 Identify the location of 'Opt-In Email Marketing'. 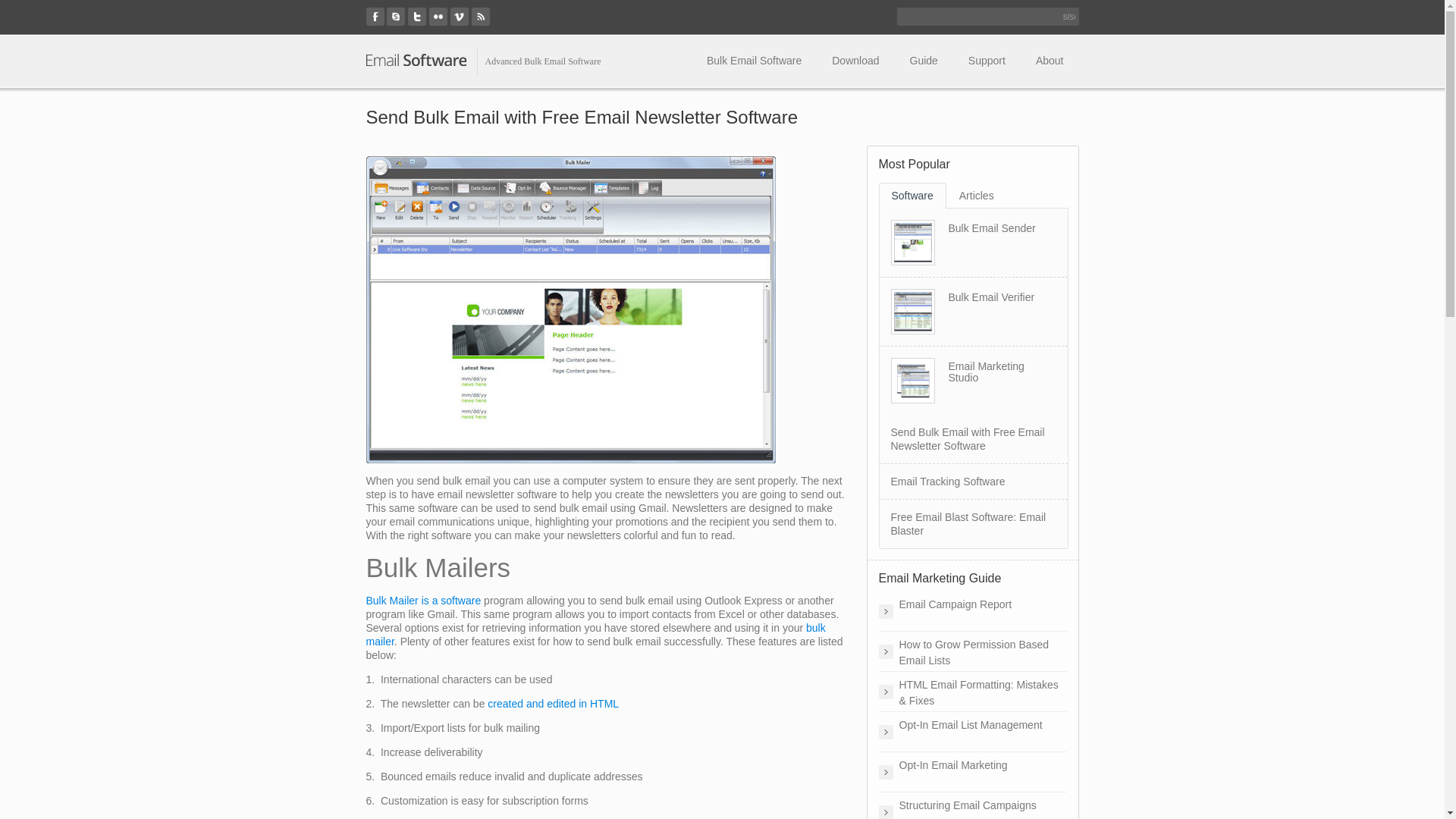
(971, 772).